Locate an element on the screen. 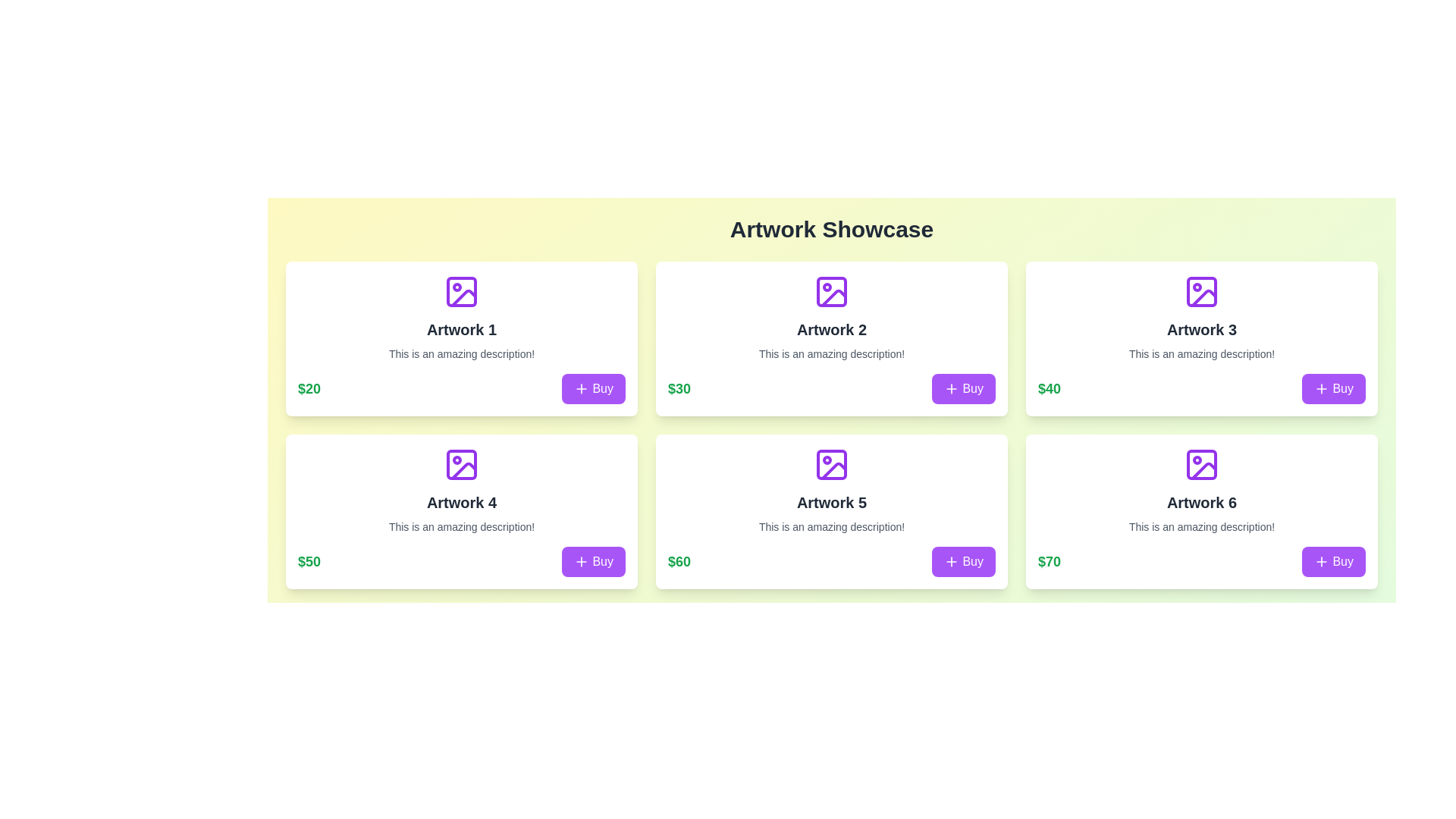  the Decorative graphical icon at the top center of the 'Artwork 3' card, which is a purple icon within a white card layout is located at coordinates (1200, 292).